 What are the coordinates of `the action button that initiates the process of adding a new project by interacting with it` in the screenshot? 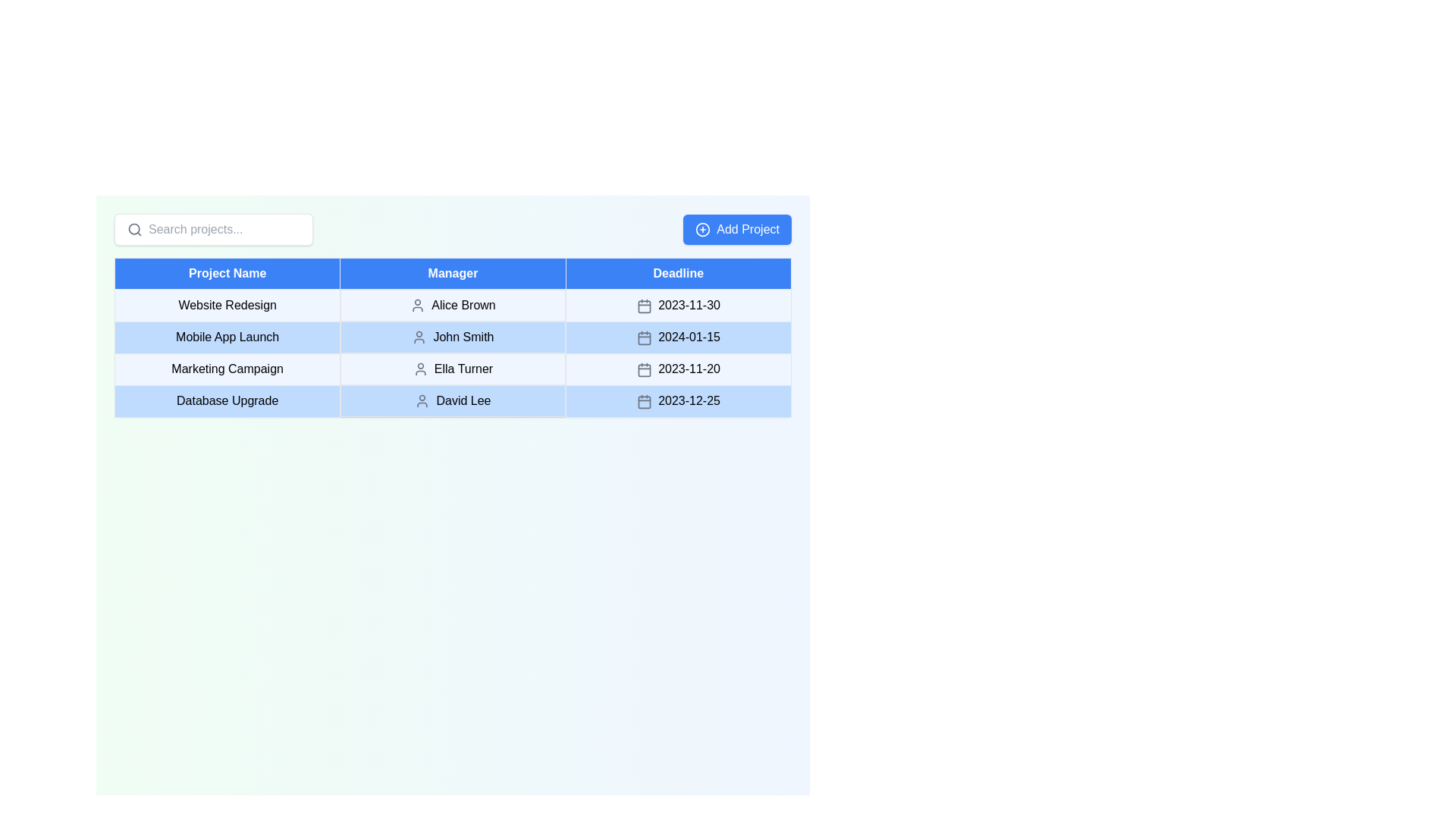 It's located at (452, 230).